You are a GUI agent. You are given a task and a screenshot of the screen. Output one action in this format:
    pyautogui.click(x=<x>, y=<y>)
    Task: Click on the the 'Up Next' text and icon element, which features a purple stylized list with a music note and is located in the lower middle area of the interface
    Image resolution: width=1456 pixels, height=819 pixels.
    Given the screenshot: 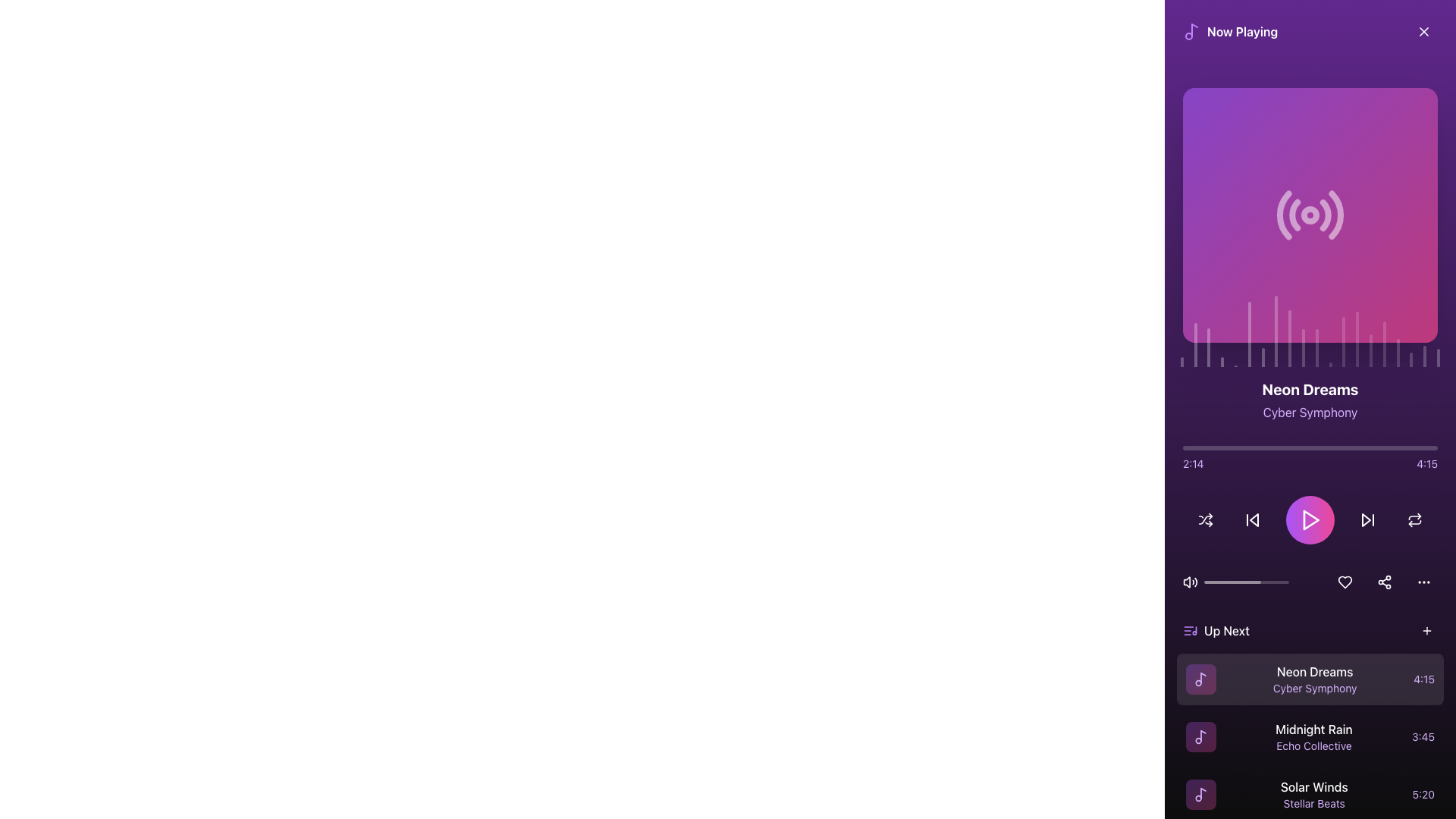 What is the action you would take?
    pyautogui.click(x=1216, y=631)
    